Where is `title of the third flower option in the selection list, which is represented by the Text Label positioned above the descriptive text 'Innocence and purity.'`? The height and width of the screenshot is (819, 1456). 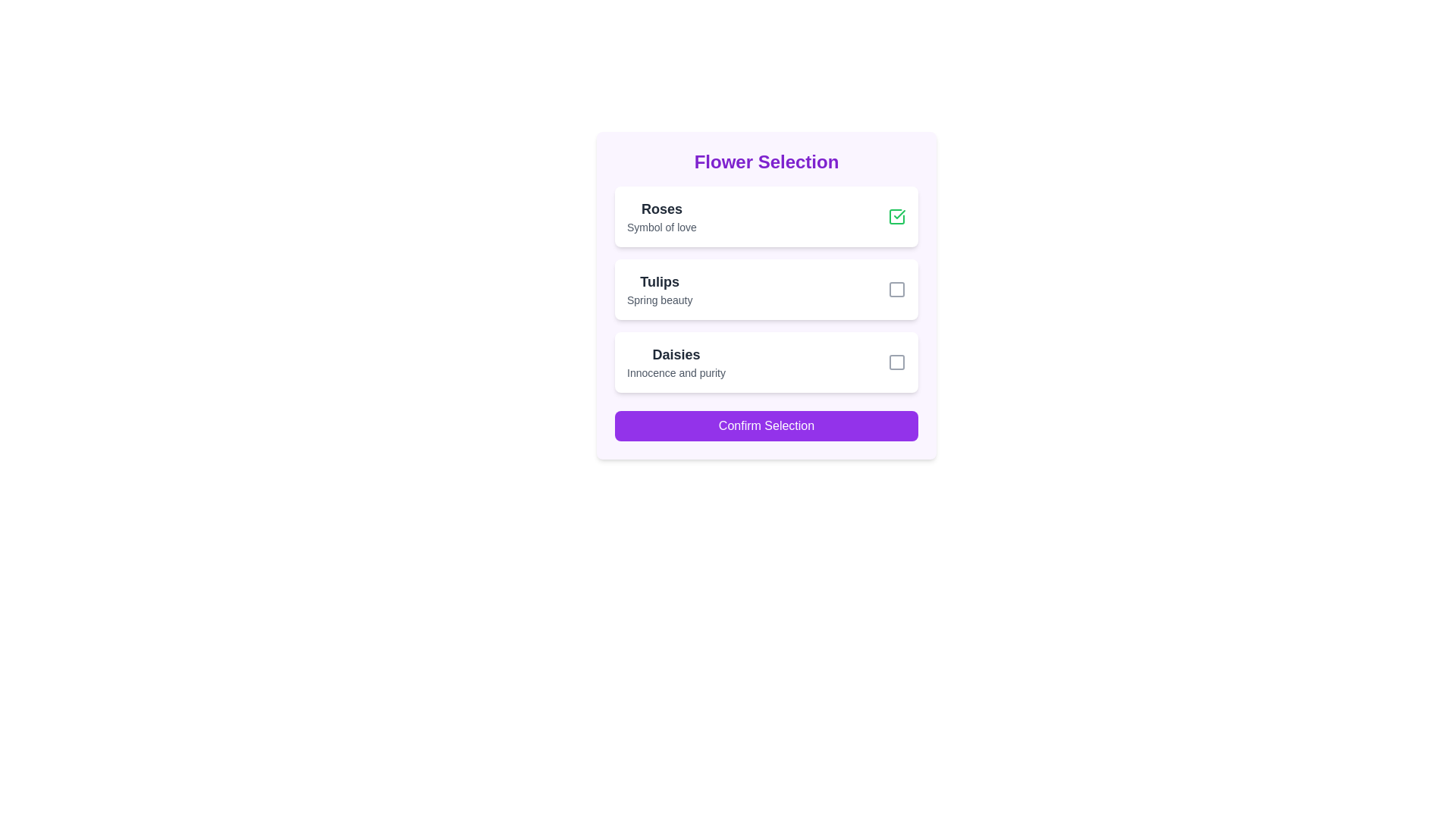 title of the third flower option in the selection list, which is represented by the Text Label positioned above the descriptive text 'Innocence and purity.' is located at coordinates (676, 354).